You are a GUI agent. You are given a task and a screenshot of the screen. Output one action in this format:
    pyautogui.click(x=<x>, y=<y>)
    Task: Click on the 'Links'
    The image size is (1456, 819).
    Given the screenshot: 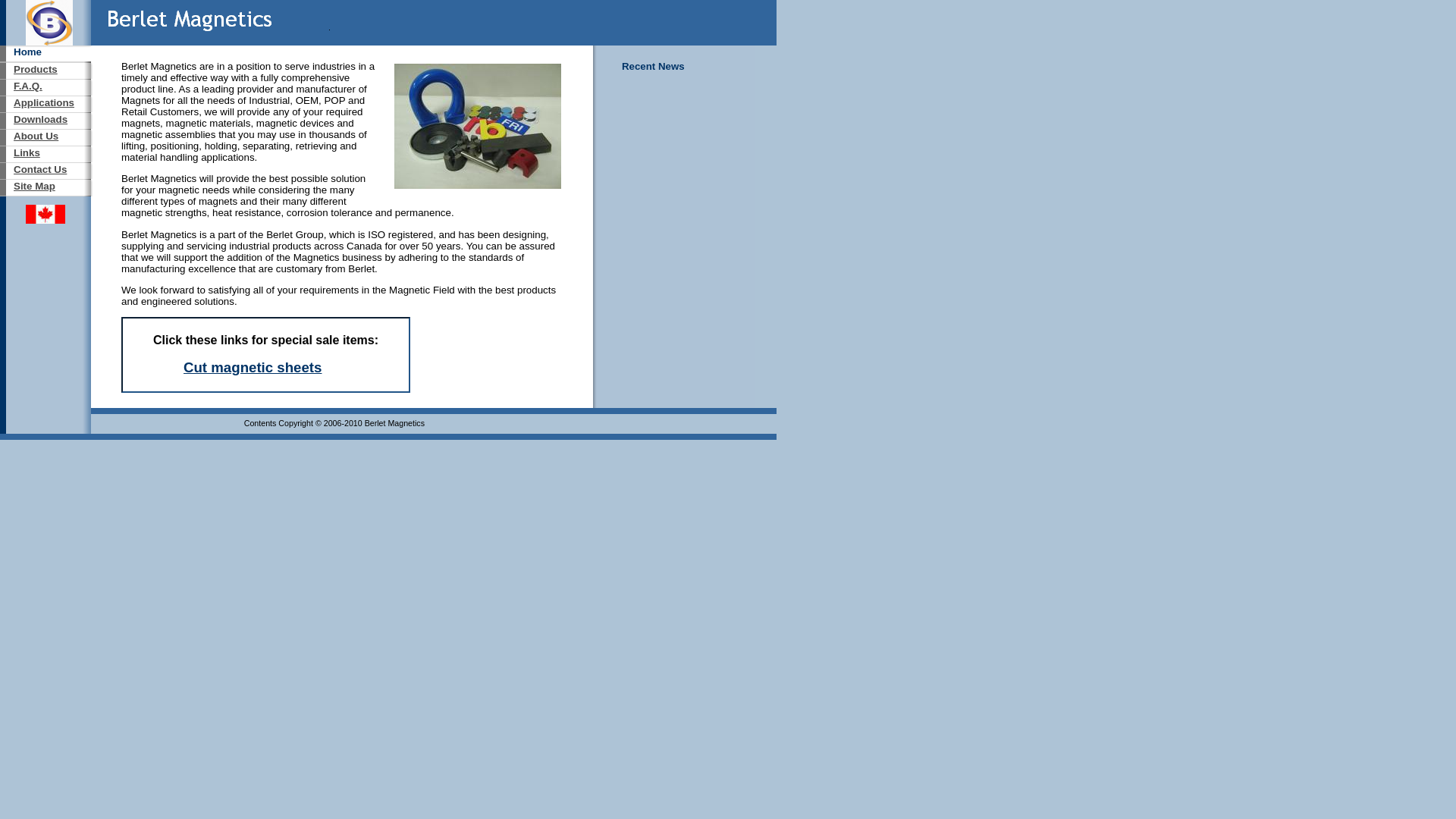 What is the action you would take?
    pyautogui.click(x=27, y=152)
    